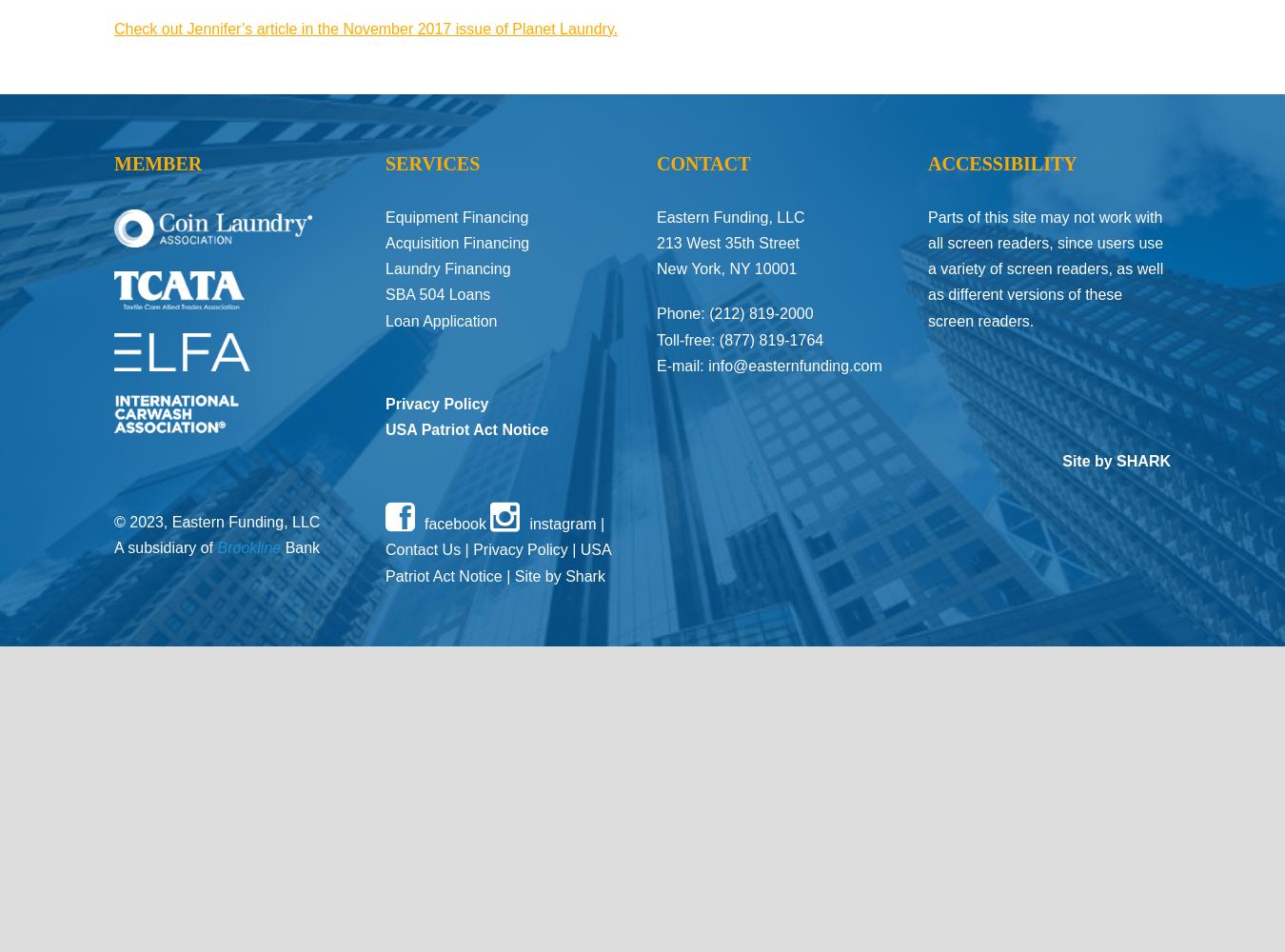 This screenshot has width=1285, height=952. What do you see at coordinates (222, 521) in the screenshot?
I see `'© 2023, Eastern Funding, LLC'` at bounding box center [222, 521].